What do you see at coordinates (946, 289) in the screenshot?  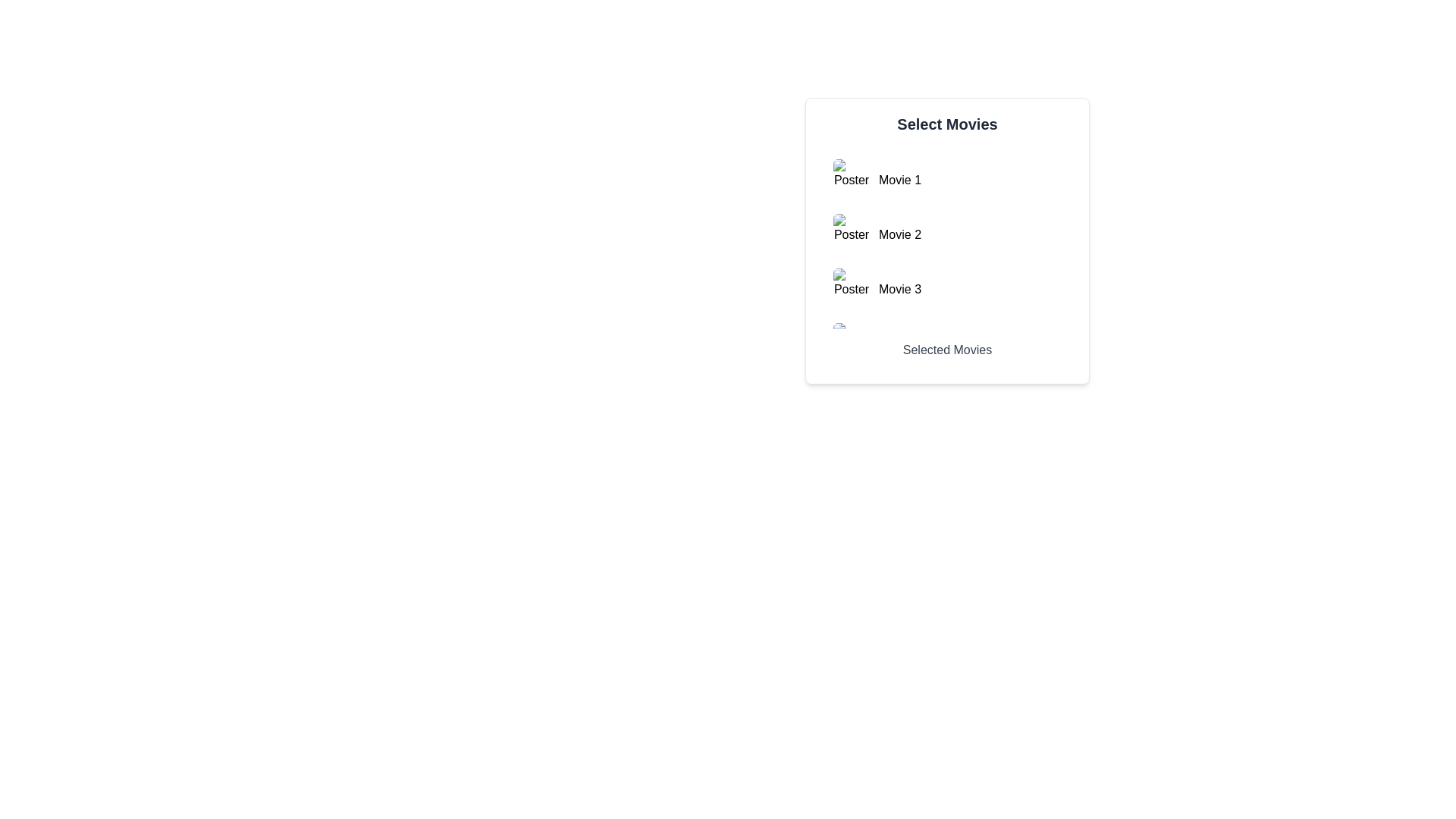 I see `the List item displaying information about 'Movie 3'` at bounding box center [946, 289].